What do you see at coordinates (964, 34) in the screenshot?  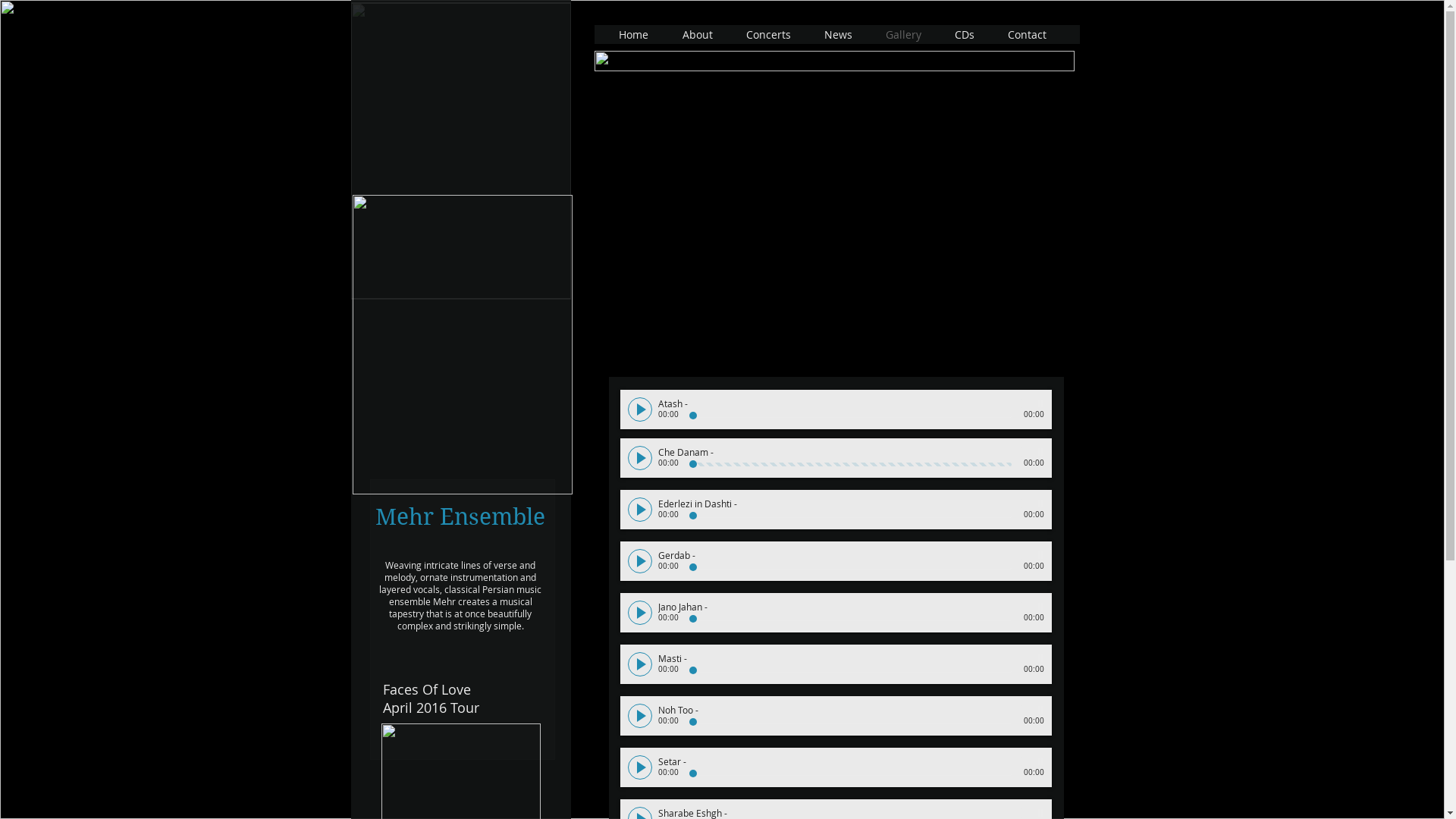 I see `'CDs'` at bounding box center [964, 34].